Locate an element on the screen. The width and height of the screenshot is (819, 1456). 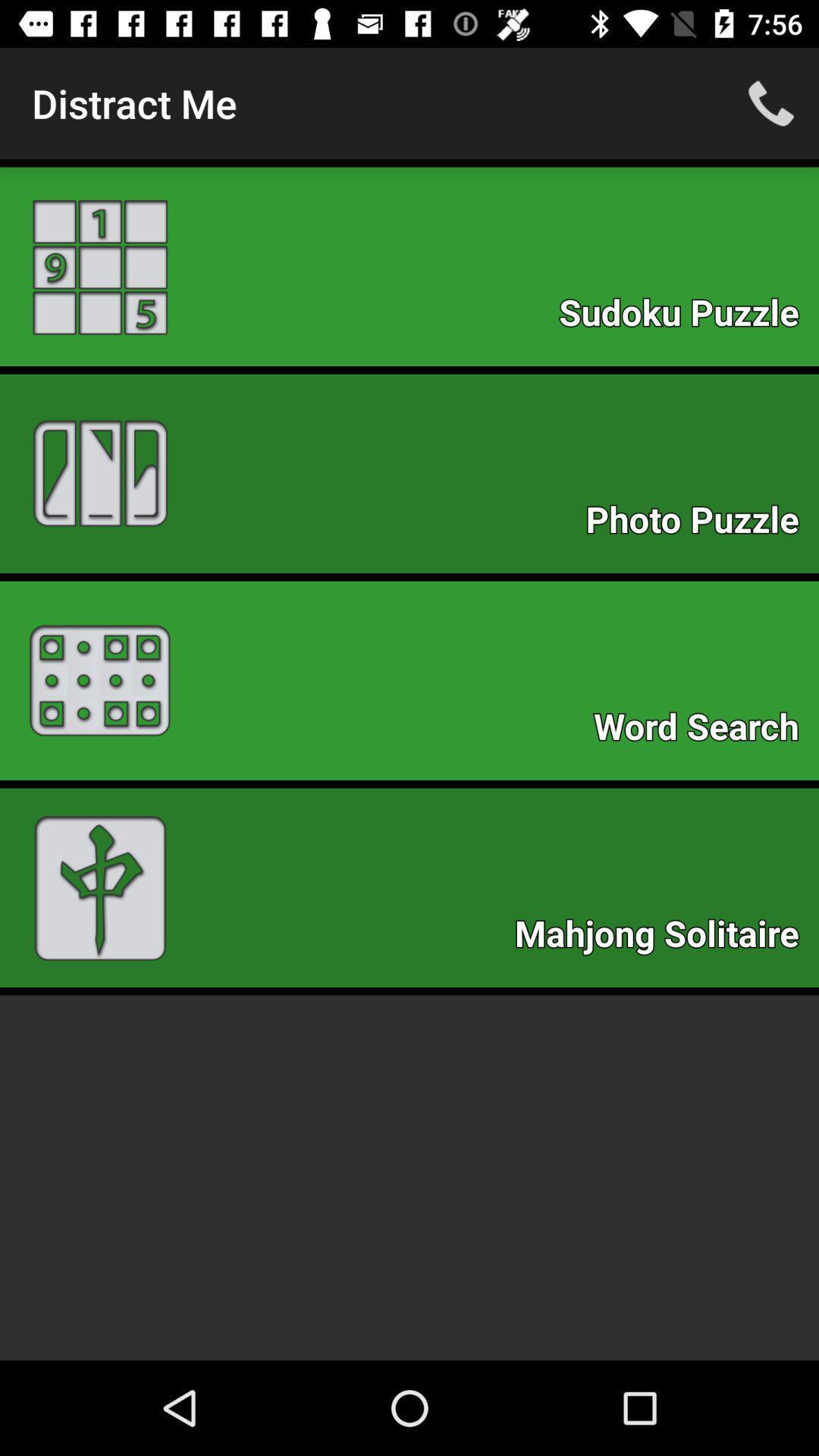
the photo puzzle item is located at coordinates (700, 524).